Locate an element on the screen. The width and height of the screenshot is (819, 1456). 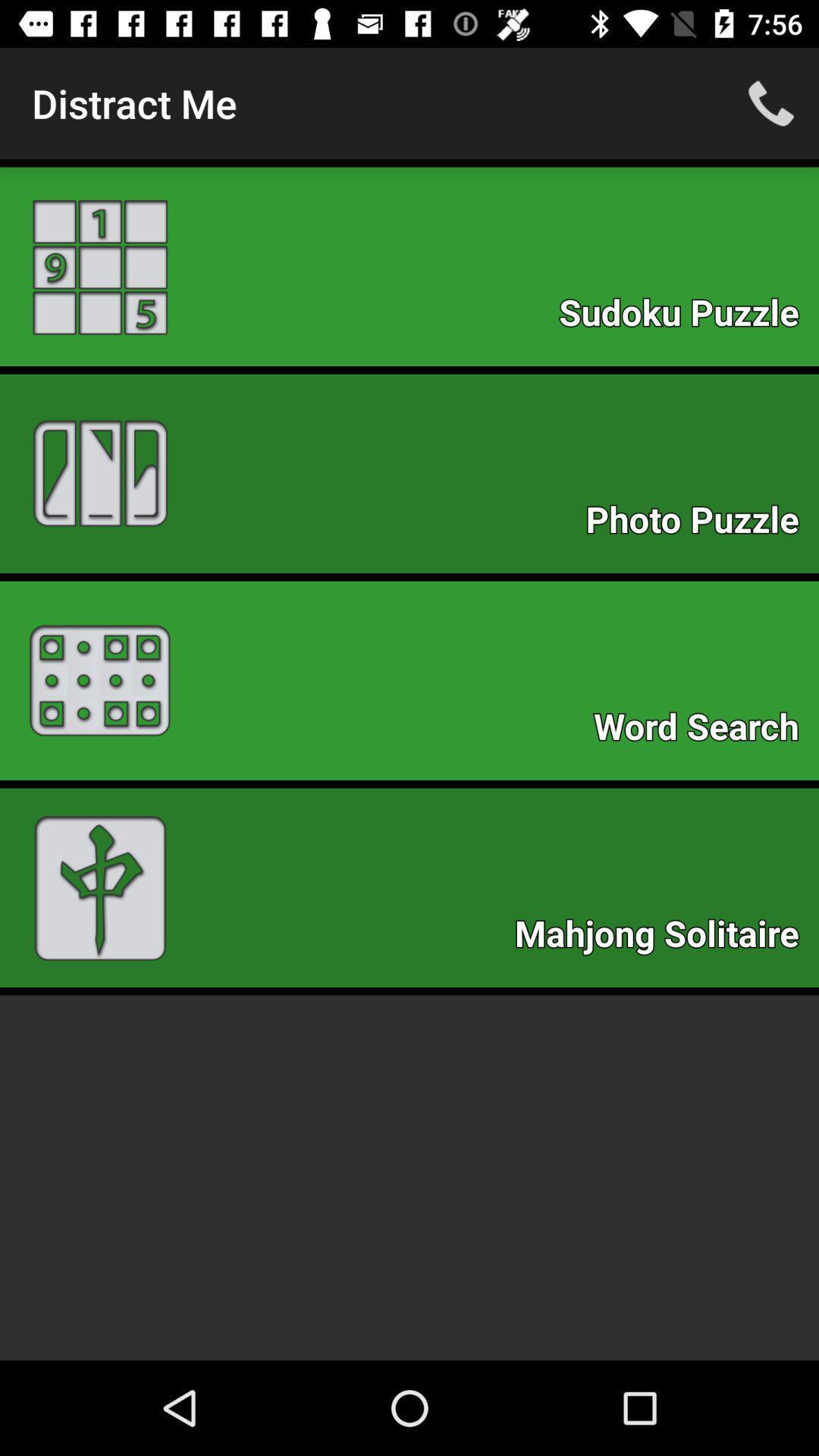
the photo puzzle item is located at coordinates (700, 524).